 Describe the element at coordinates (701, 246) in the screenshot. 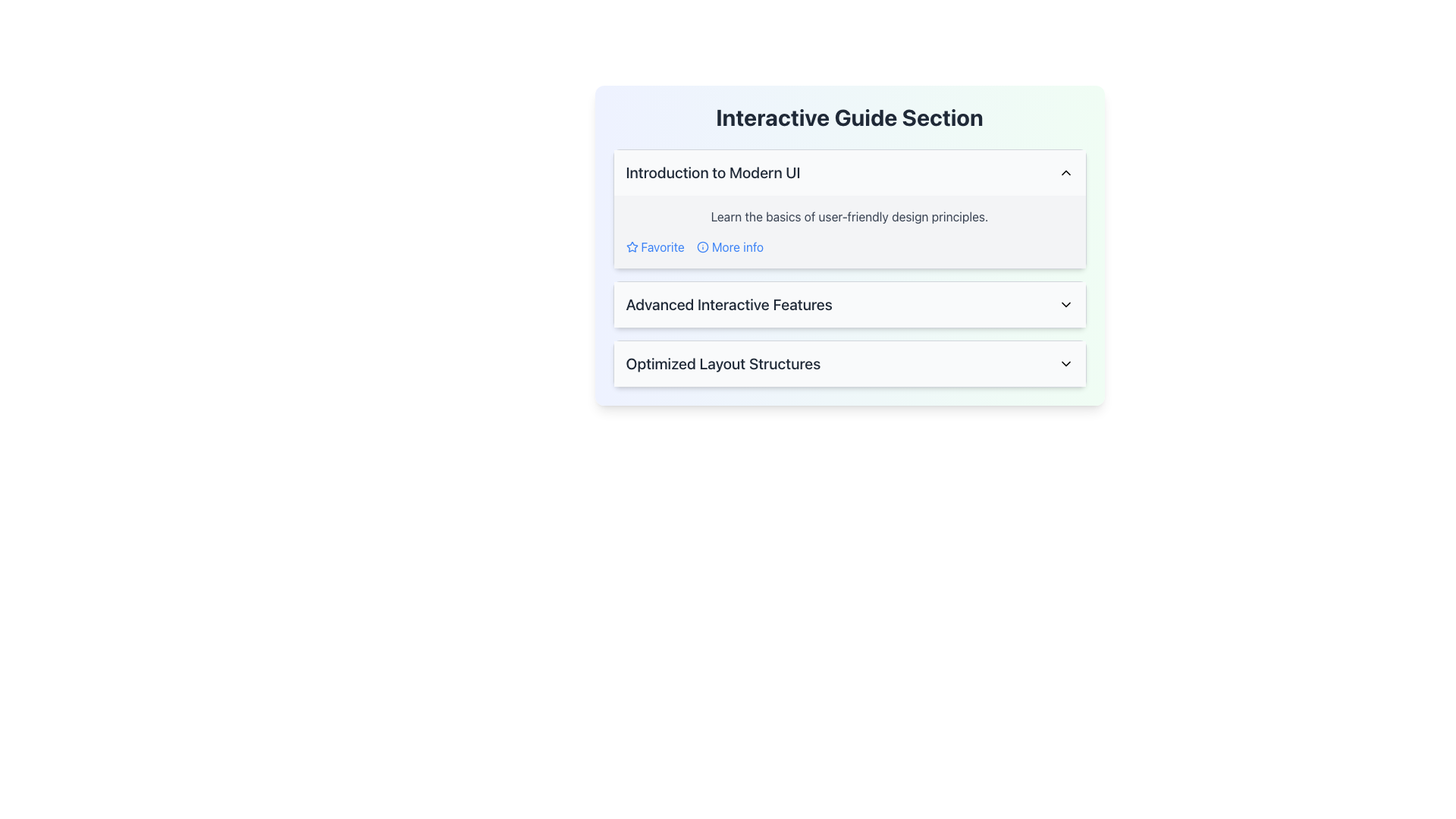

I see `the circular SVG graphic element located near the 'More info' text, which is part of the first expandable section titled 'Introduction to Modern UI'` at that location.